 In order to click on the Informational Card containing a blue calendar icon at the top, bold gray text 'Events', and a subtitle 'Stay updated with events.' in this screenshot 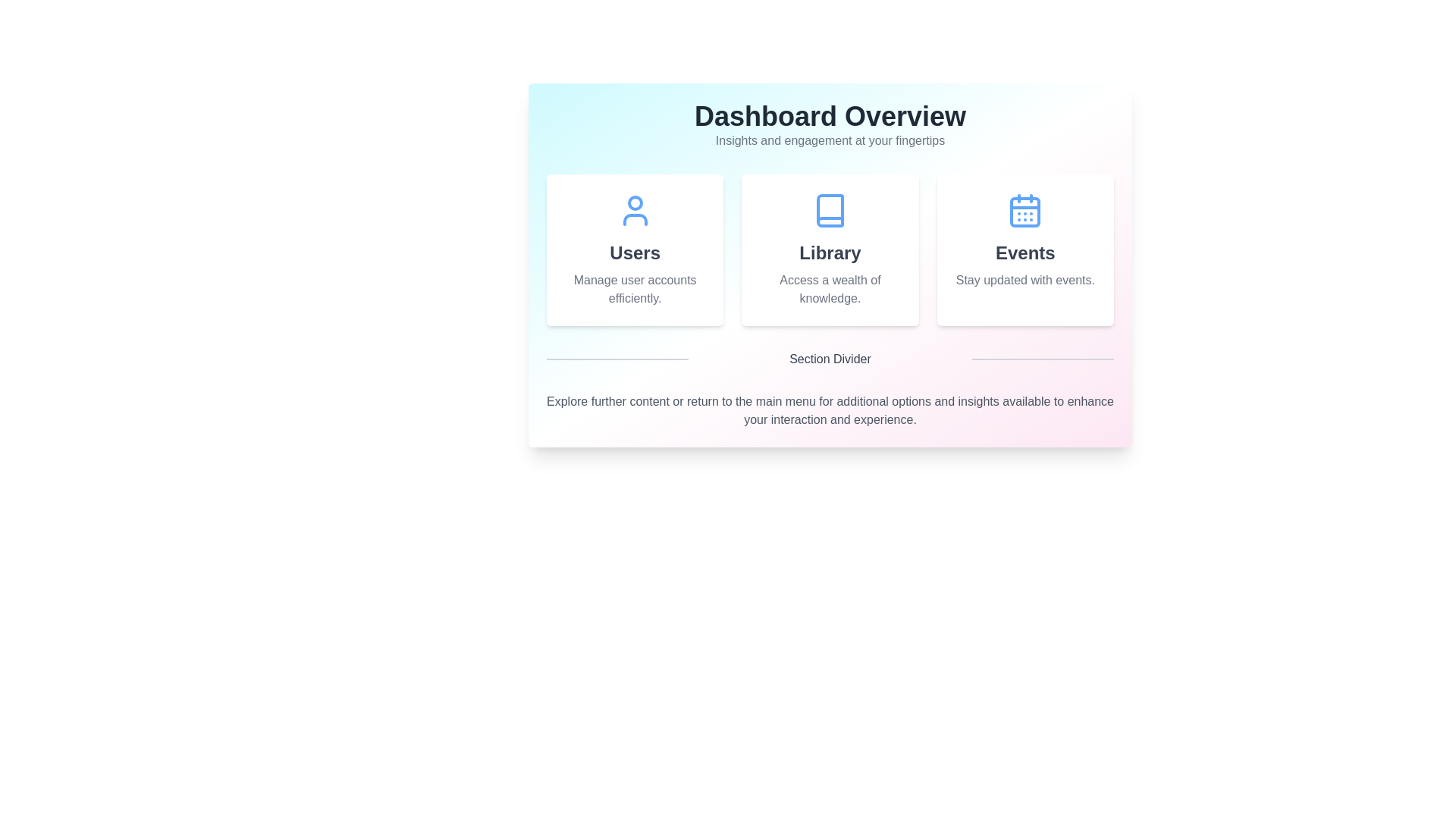, I will do `click(1025, 249)`.